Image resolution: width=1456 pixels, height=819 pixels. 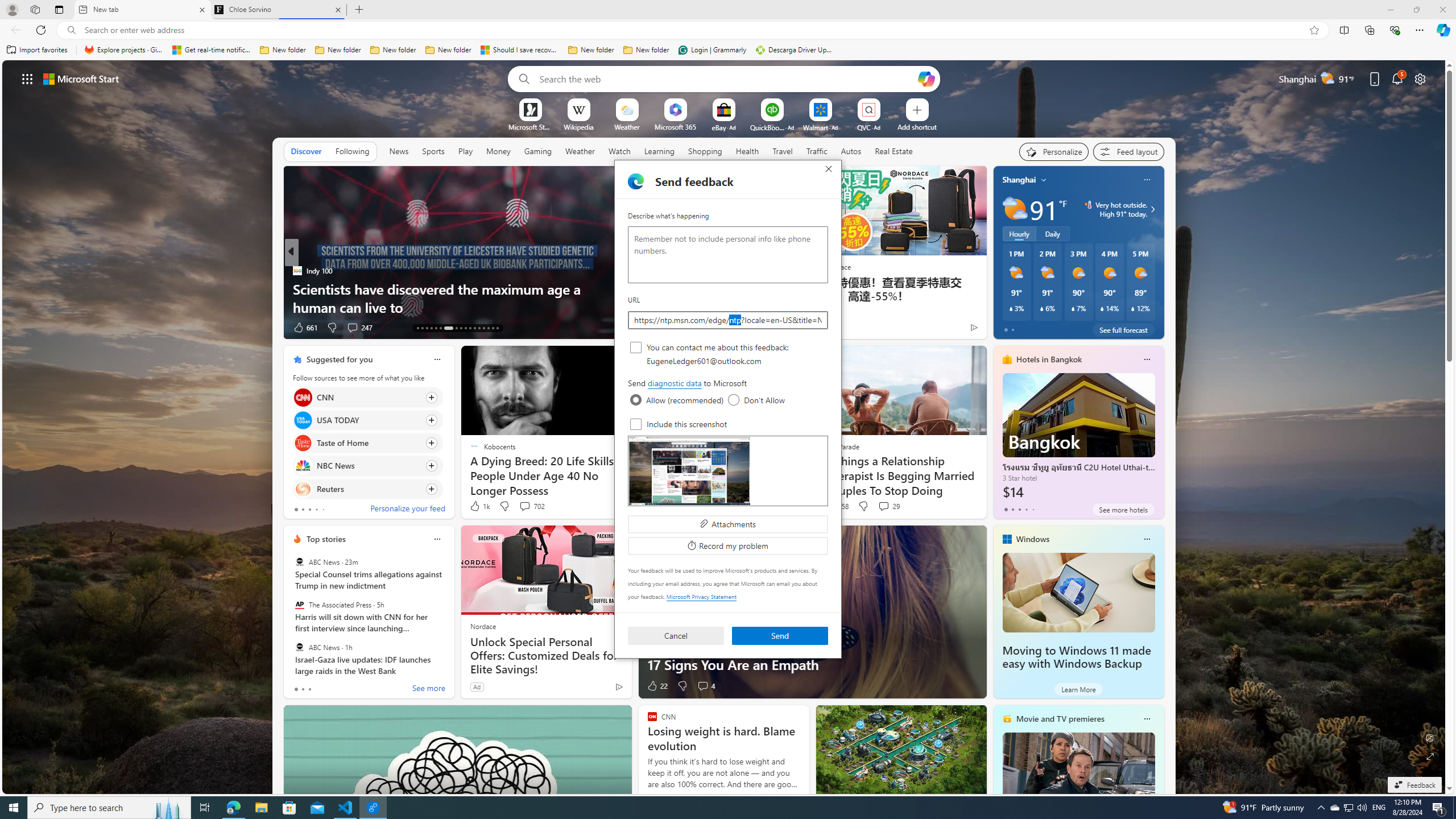 What do you see at coordinates (635, 423) in the screenshot?
I see `'Include this screenshot'` at bounding box center [635, 423].